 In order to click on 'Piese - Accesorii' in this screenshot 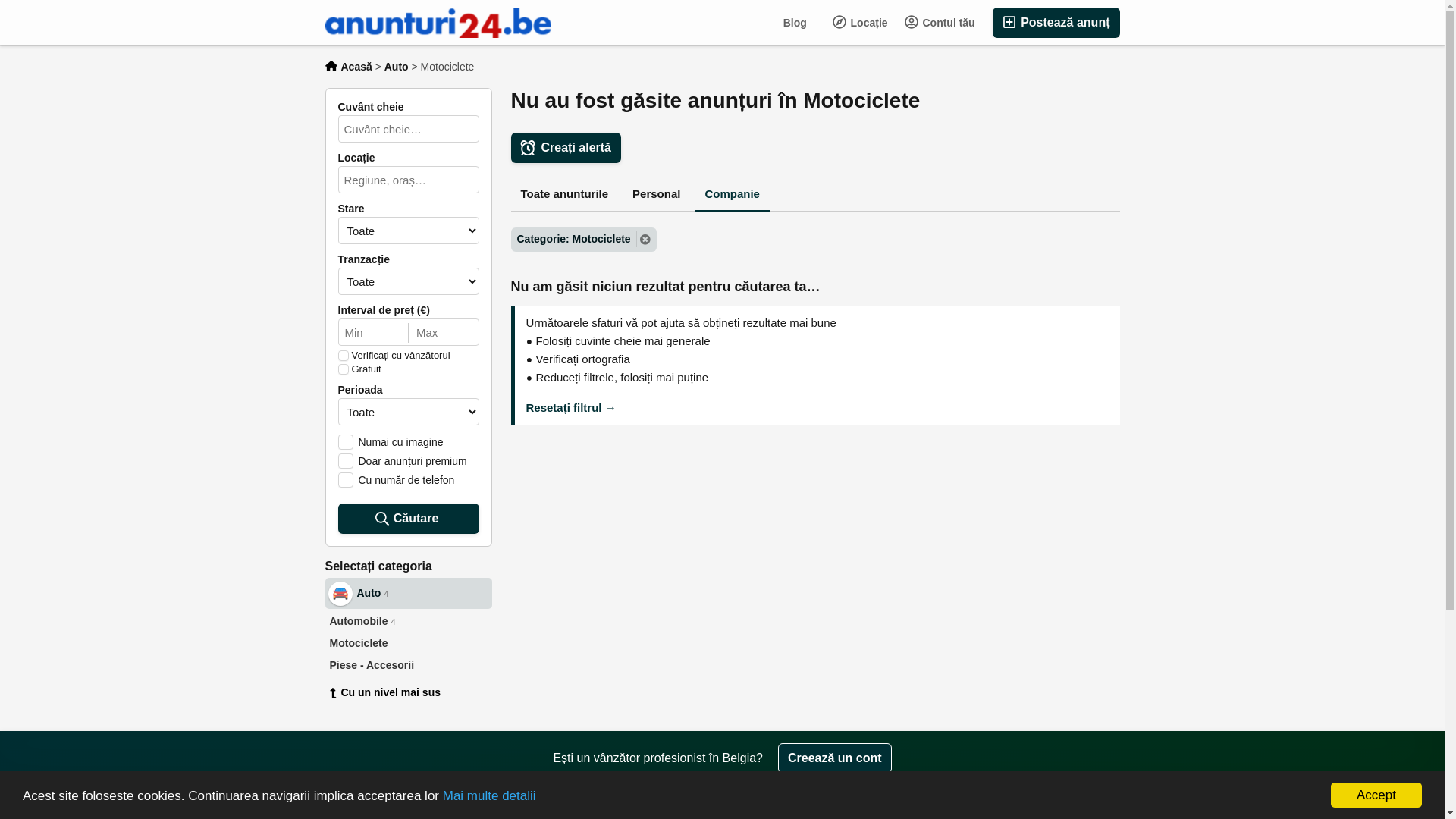, I will do `click(407, 664)`.